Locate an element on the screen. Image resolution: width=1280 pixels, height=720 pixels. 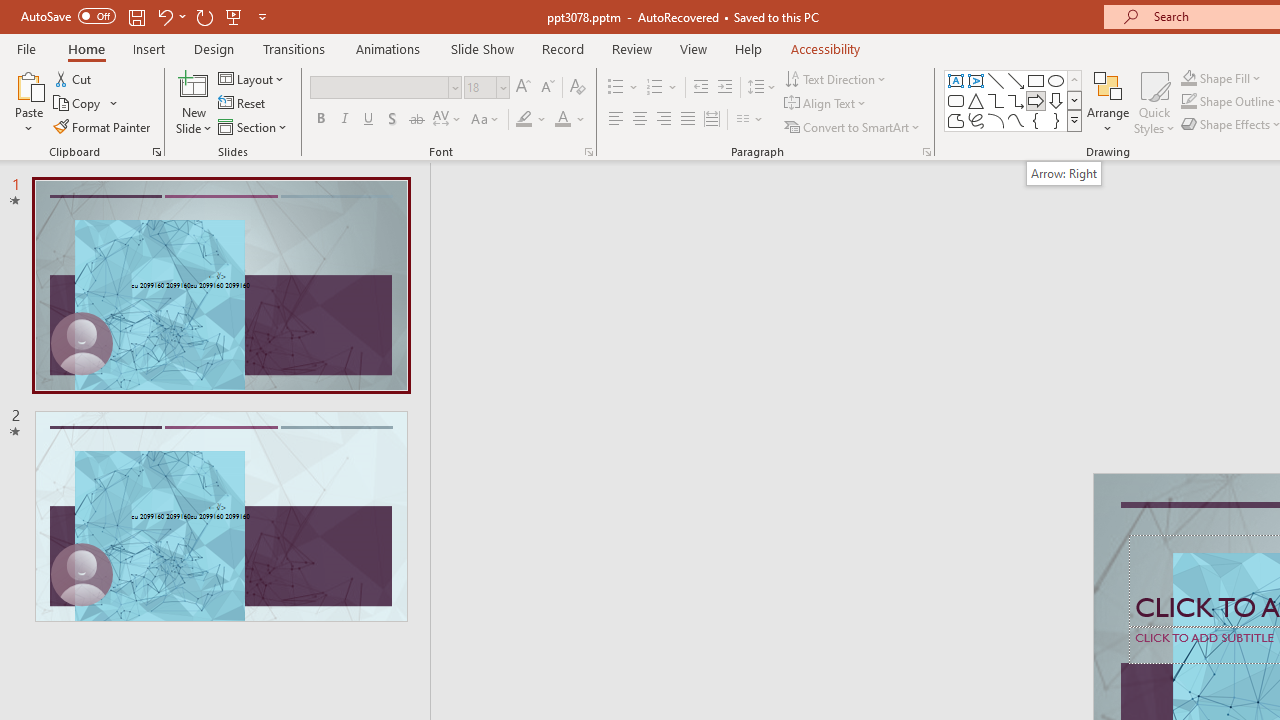
'Font...' is located at coordinates (587, 150).